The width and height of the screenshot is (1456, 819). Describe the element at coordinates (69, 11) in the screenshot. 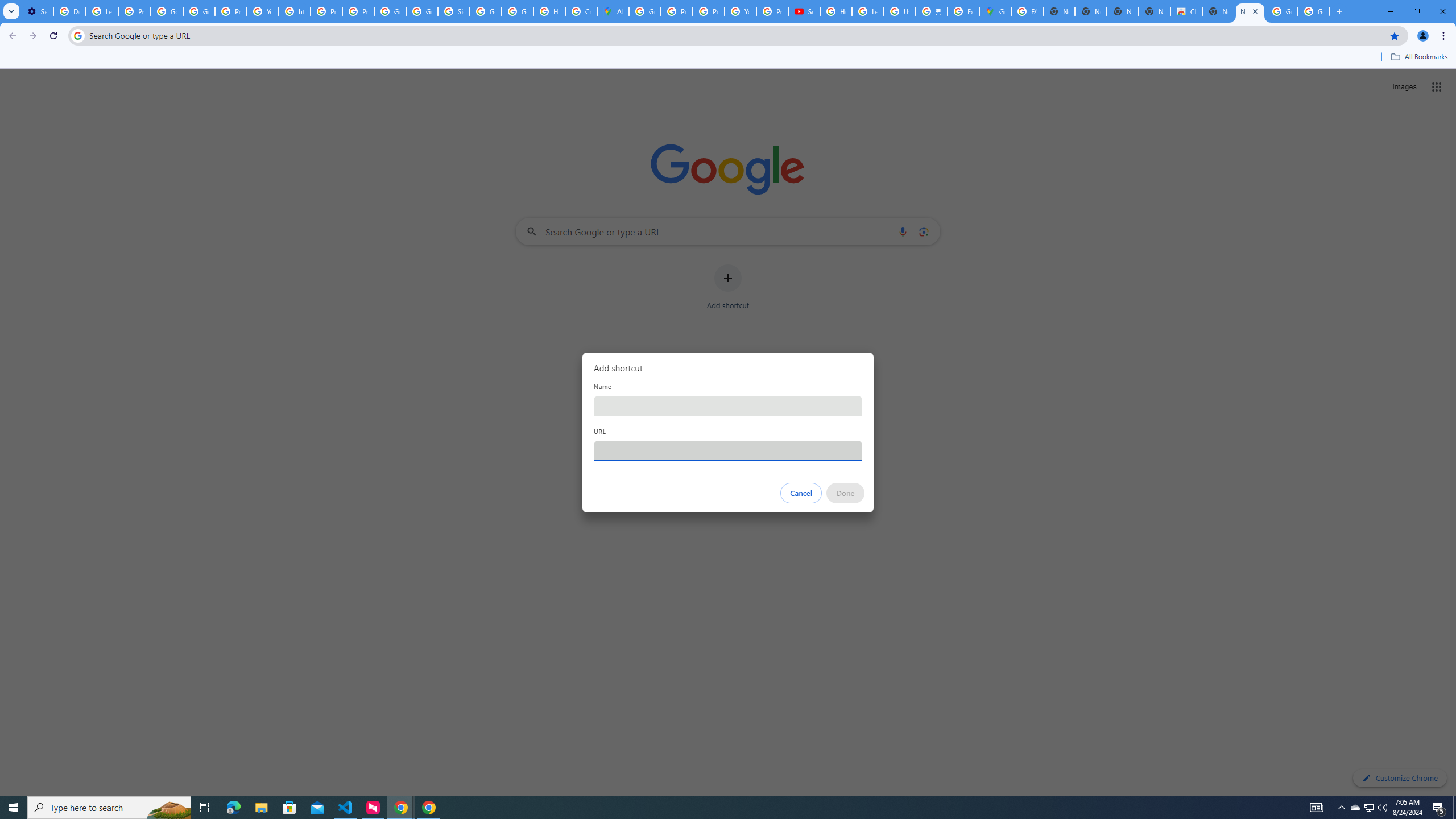

I see `'Delete photos & videos - Computer - Google Photos Help'` at that location.